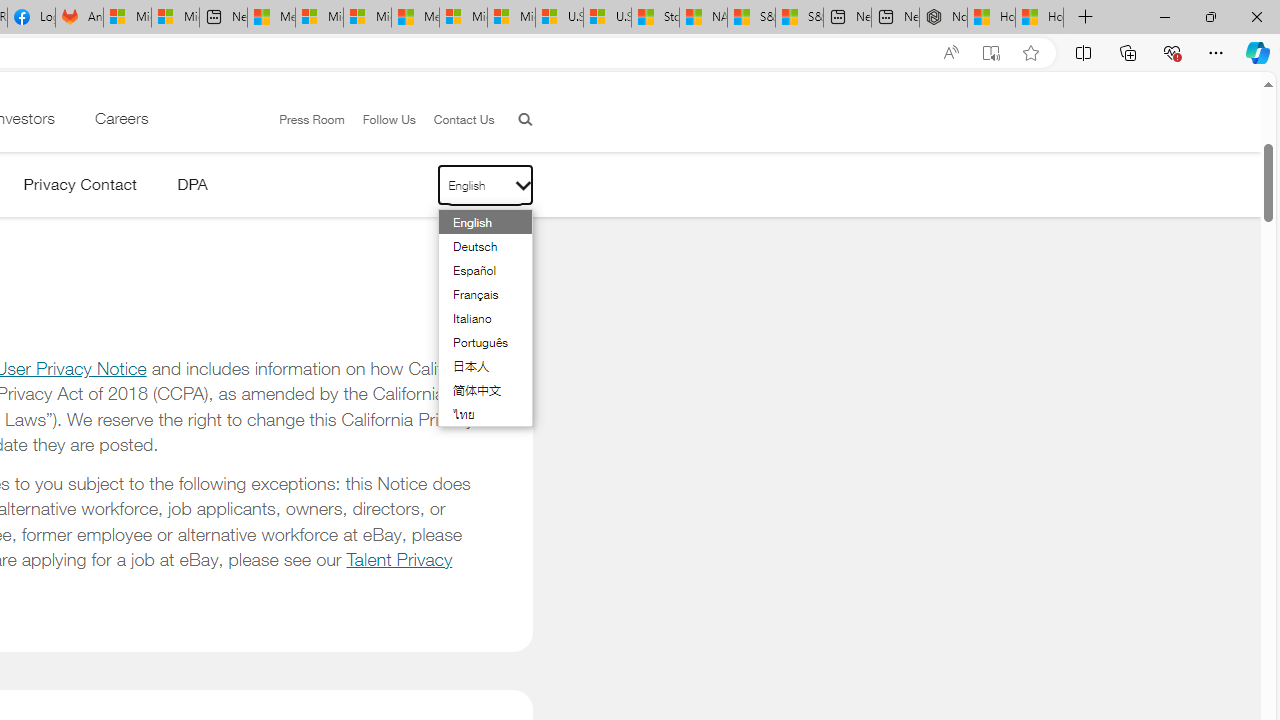 This screenshot has width=1280, height=720. I want to click on 'DPA', so click(192, 188).